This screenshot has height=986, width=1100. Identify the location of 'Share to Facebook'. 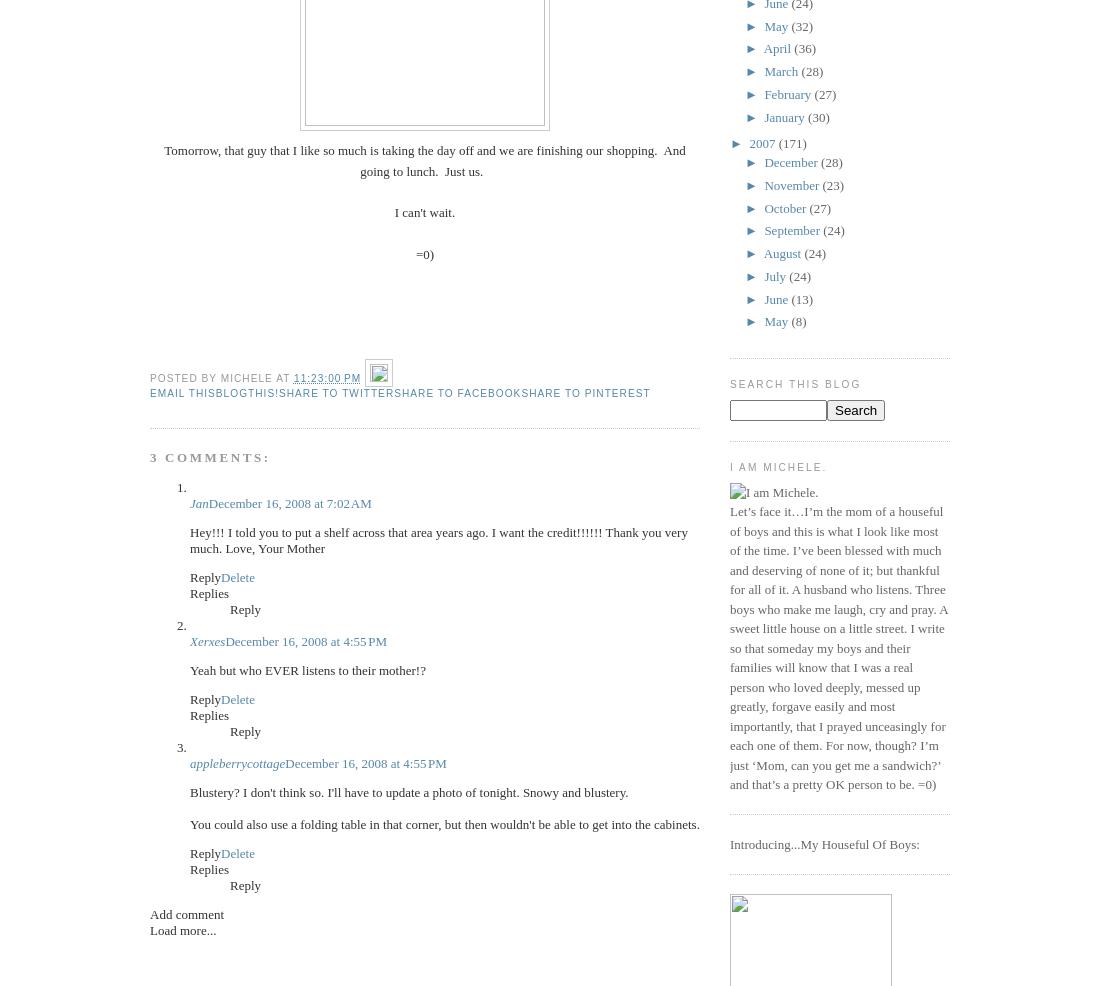
(456, 391).